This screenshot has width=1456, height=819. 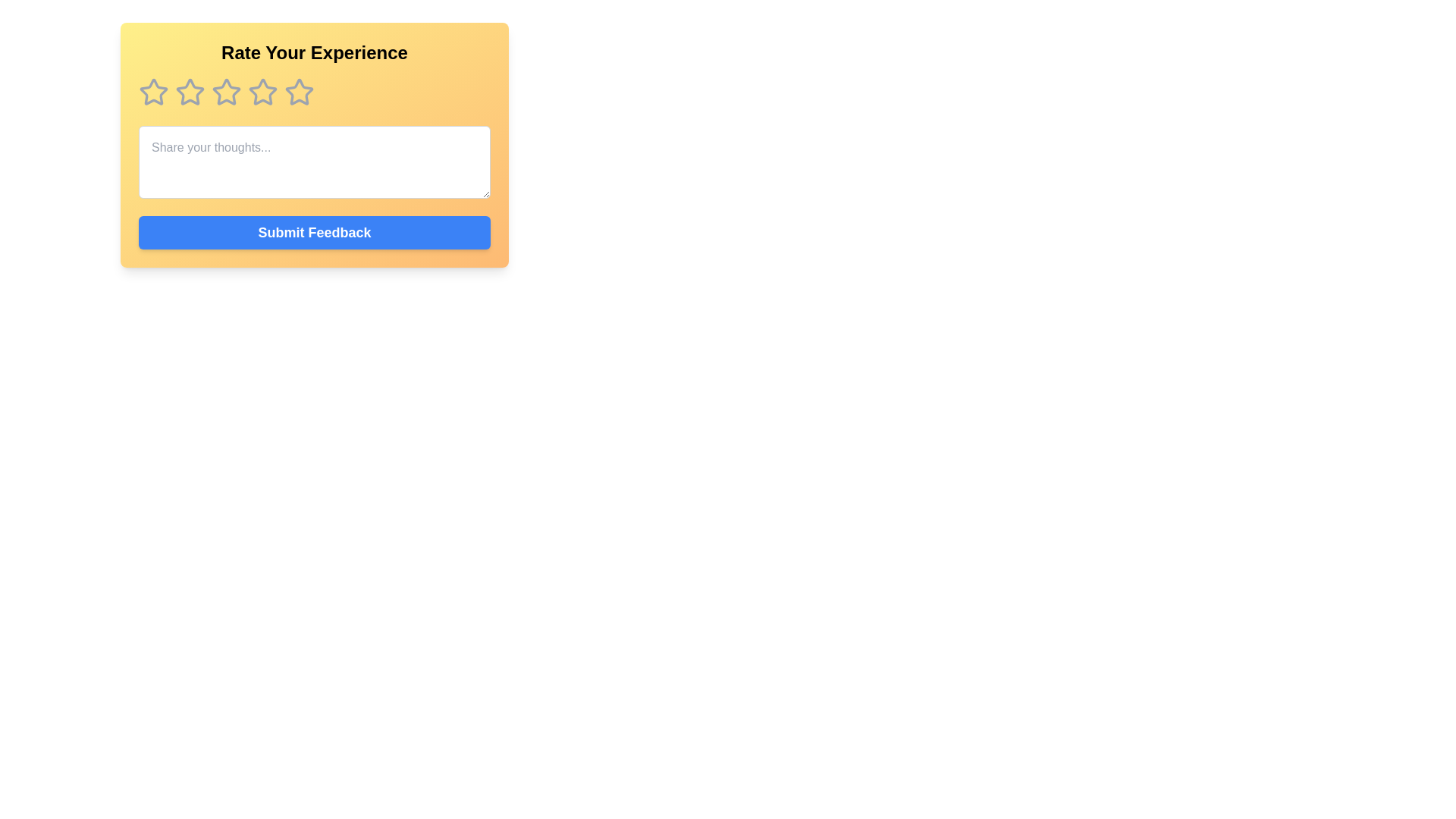 I want to click on the feedback submission button located at the bottom of the central section of the interface, so click(x=313, y=233).